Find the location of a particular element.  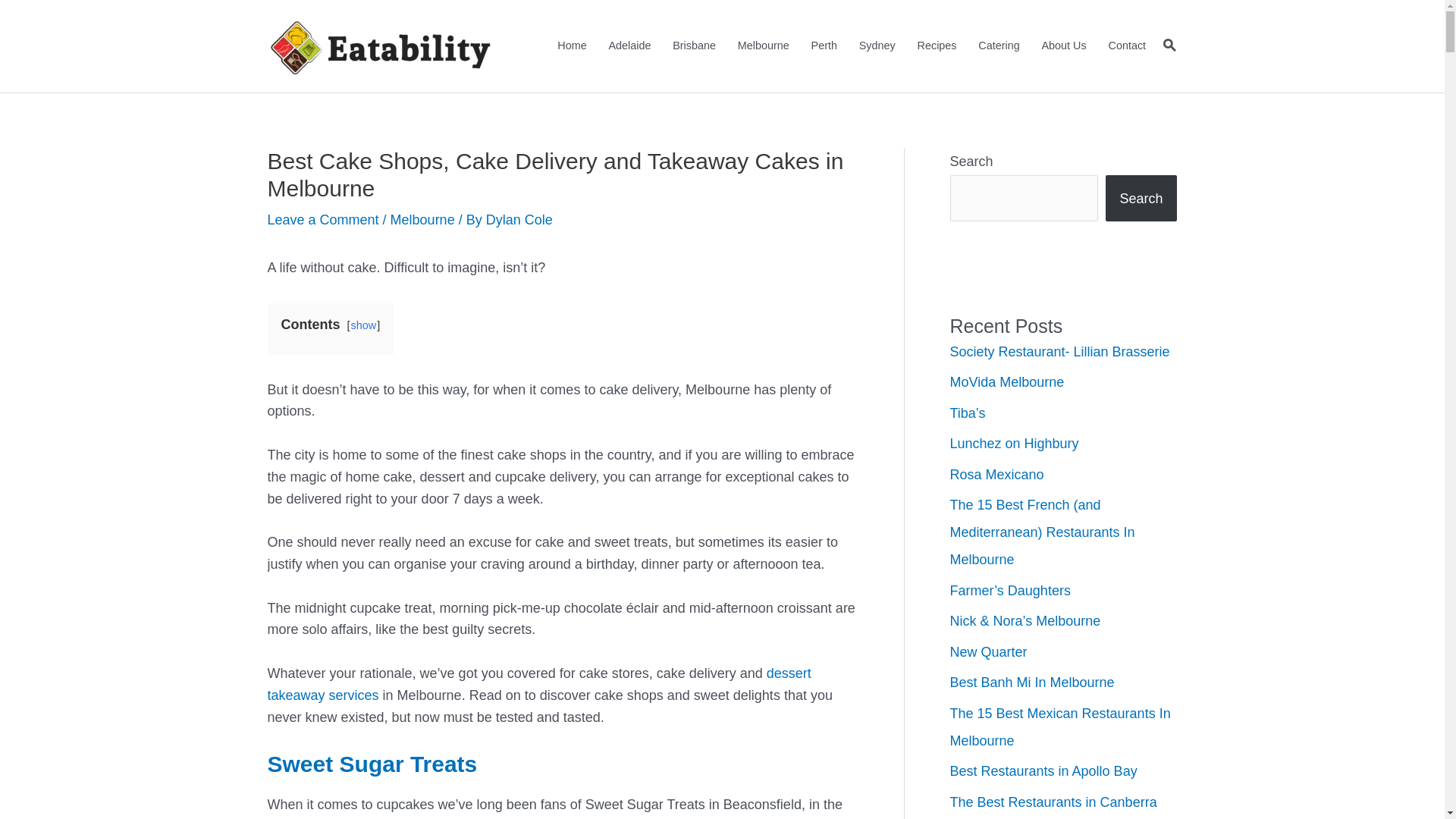

'Leave a Comment' is located at coordinates (322, 219).